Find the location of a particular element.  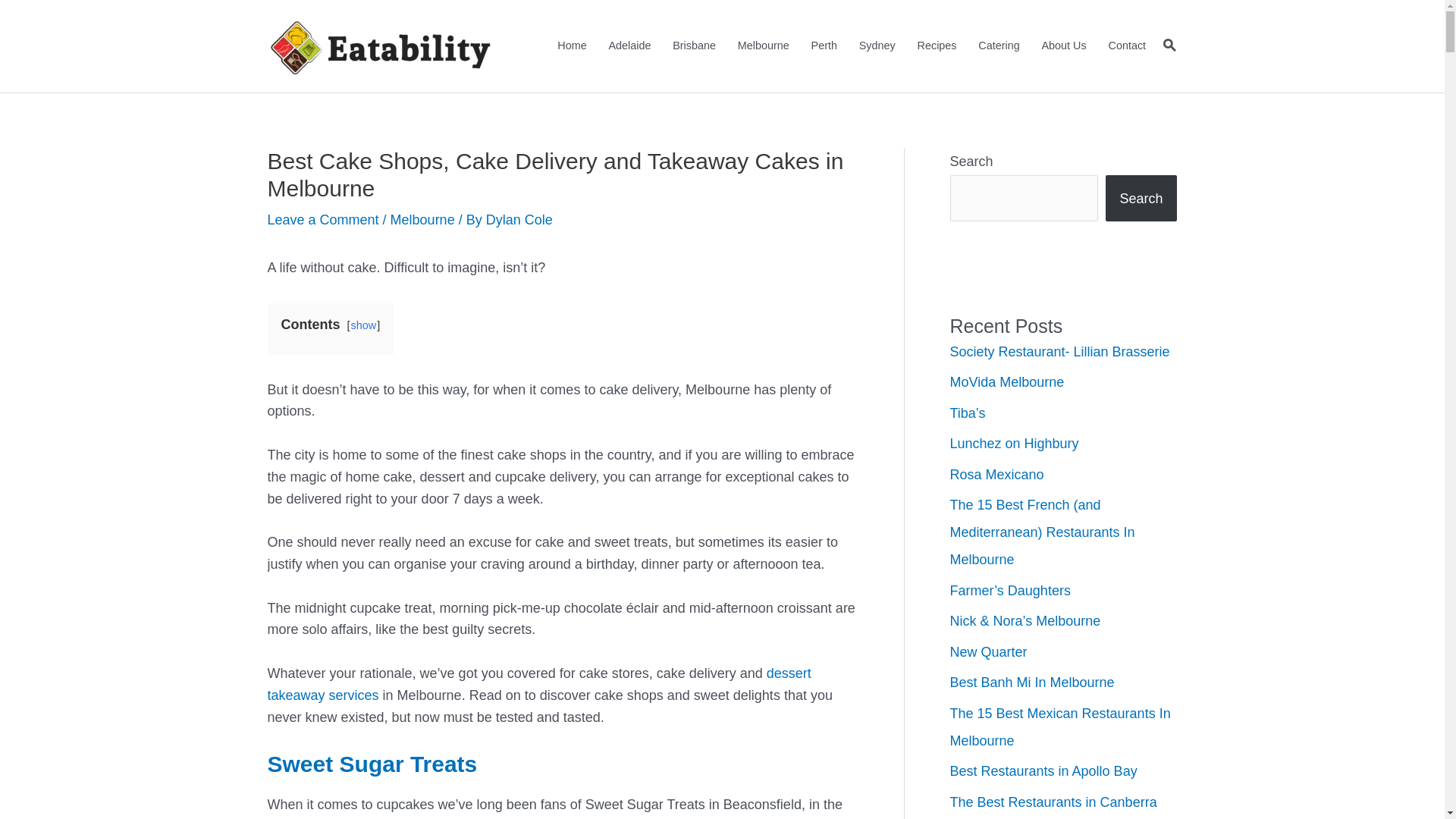

'Leave a Comment' is located at coordinates (322, 219).